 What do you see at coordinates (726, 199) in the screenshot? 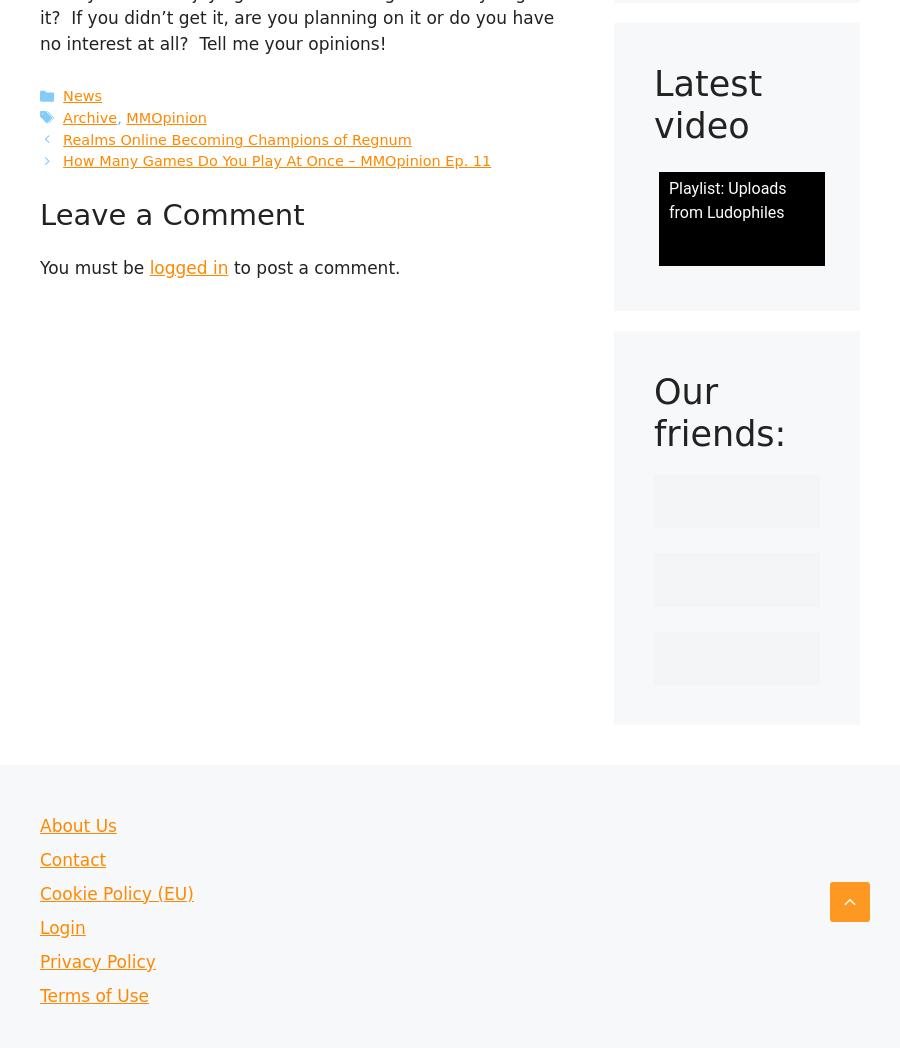
I see `'Playlist: Uploads from Ludophiles'` at bounding box center [726, 199].